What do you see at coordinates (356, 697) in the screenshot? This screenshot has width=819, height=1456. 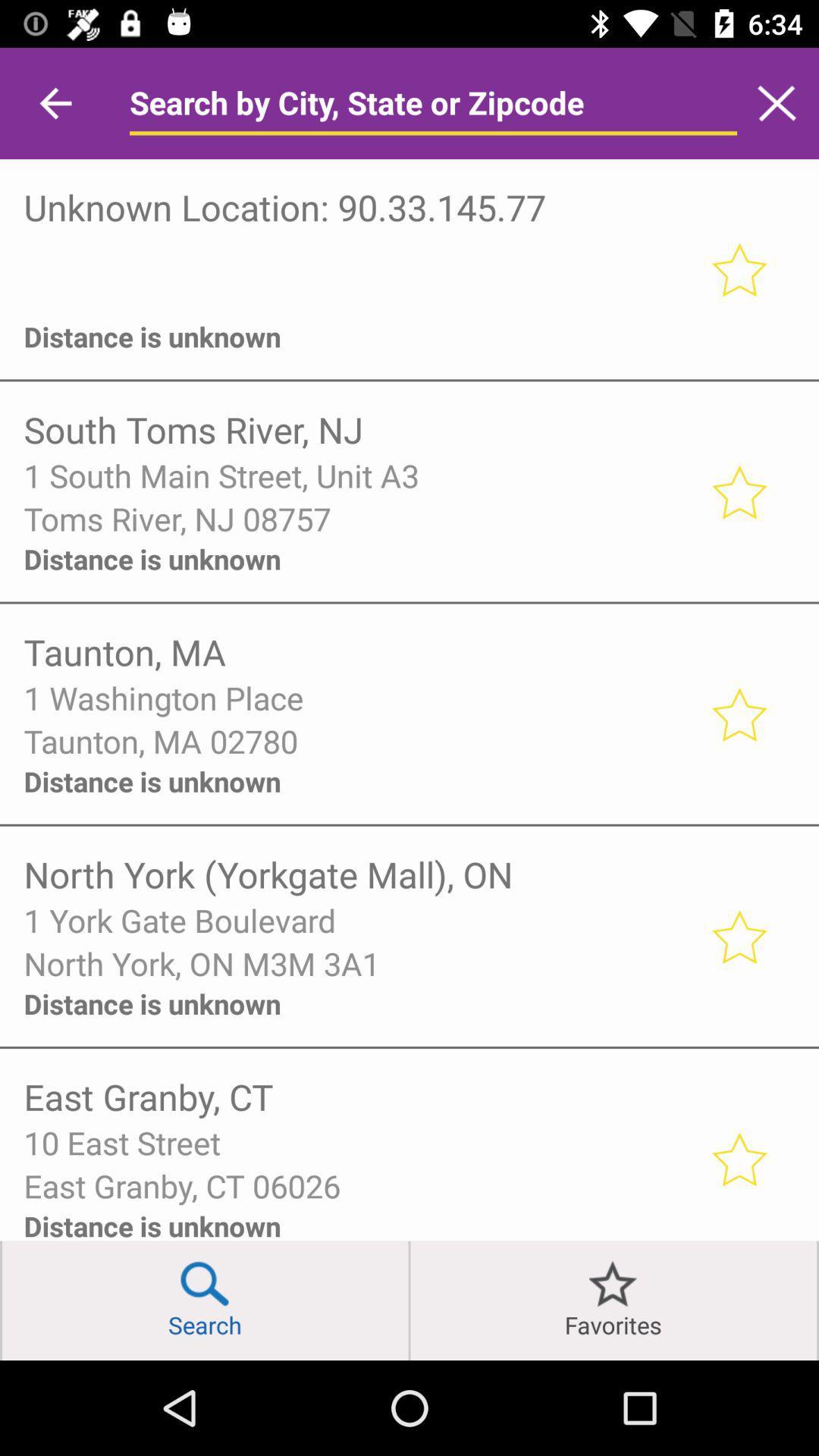 I see `the icon below taunton, ma item` at bounding box center [356, 697].